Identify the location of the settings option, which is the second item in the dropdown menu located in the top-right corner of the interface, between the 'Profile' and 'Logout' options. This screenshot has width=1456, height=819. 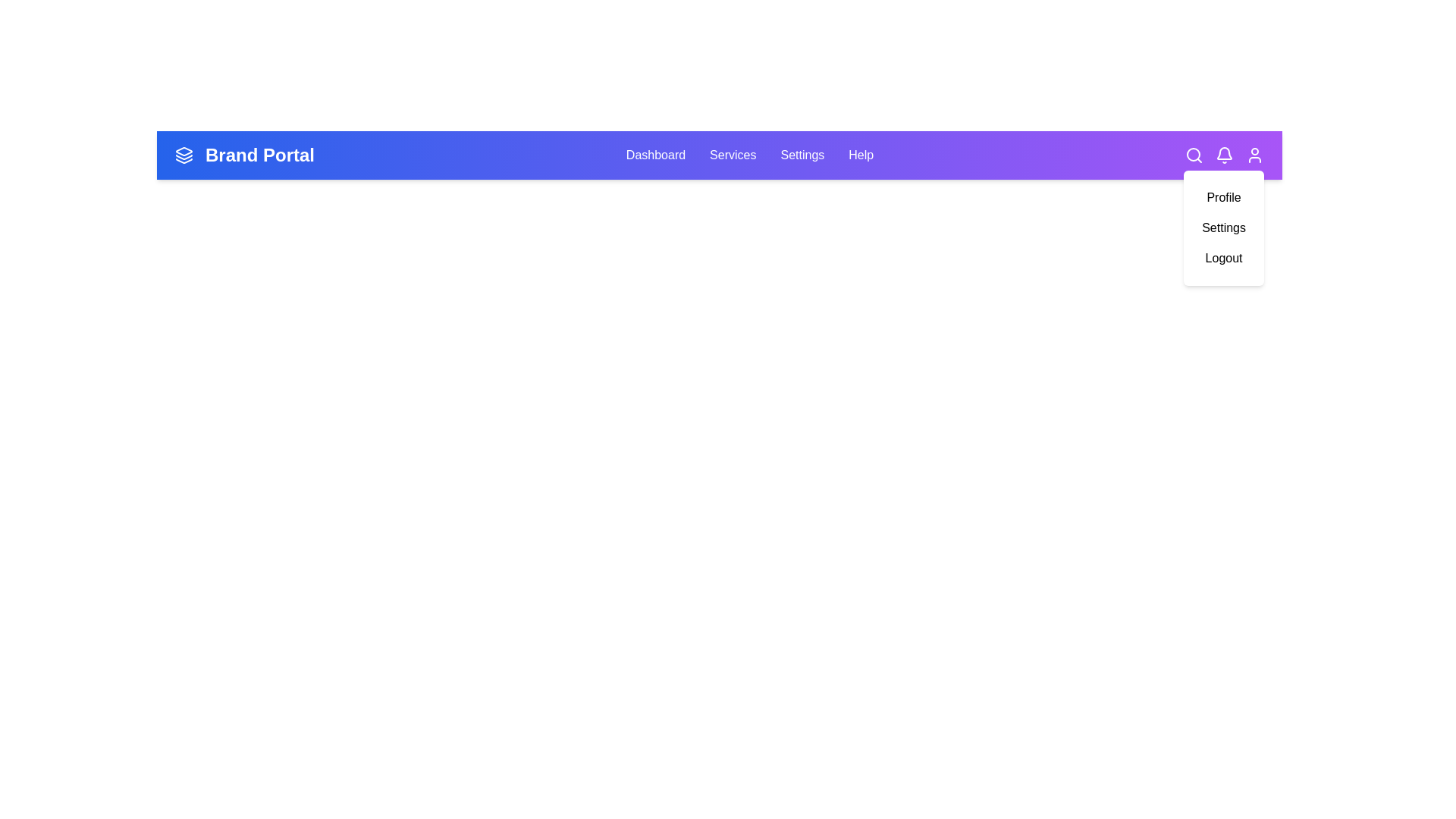
(1224, 227).